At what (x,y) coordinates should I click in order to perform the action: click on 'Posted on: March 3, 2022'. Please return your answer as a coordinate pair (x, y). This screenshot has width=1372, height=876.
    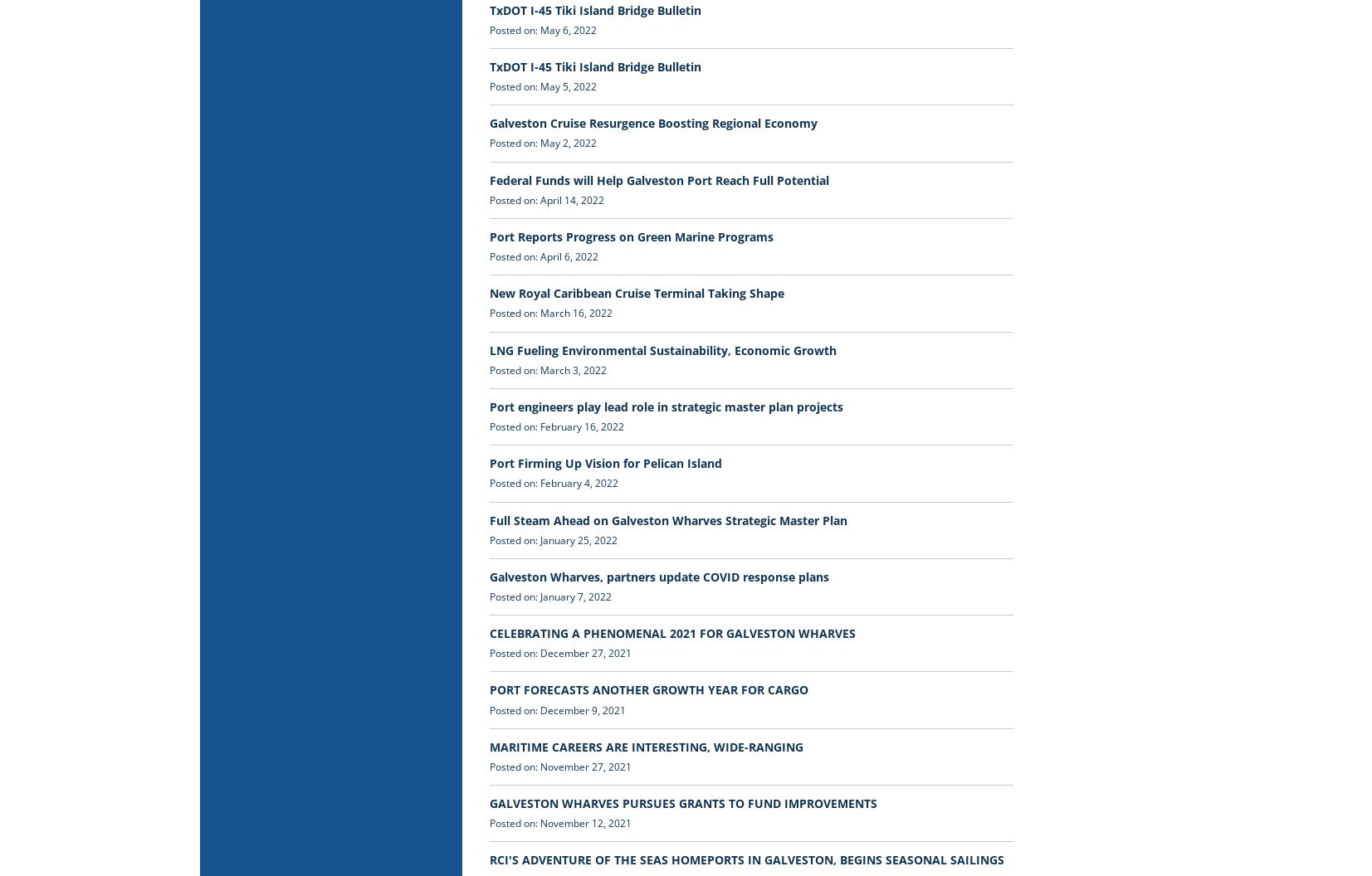
    Looking at the image, I should click on (547, 369).